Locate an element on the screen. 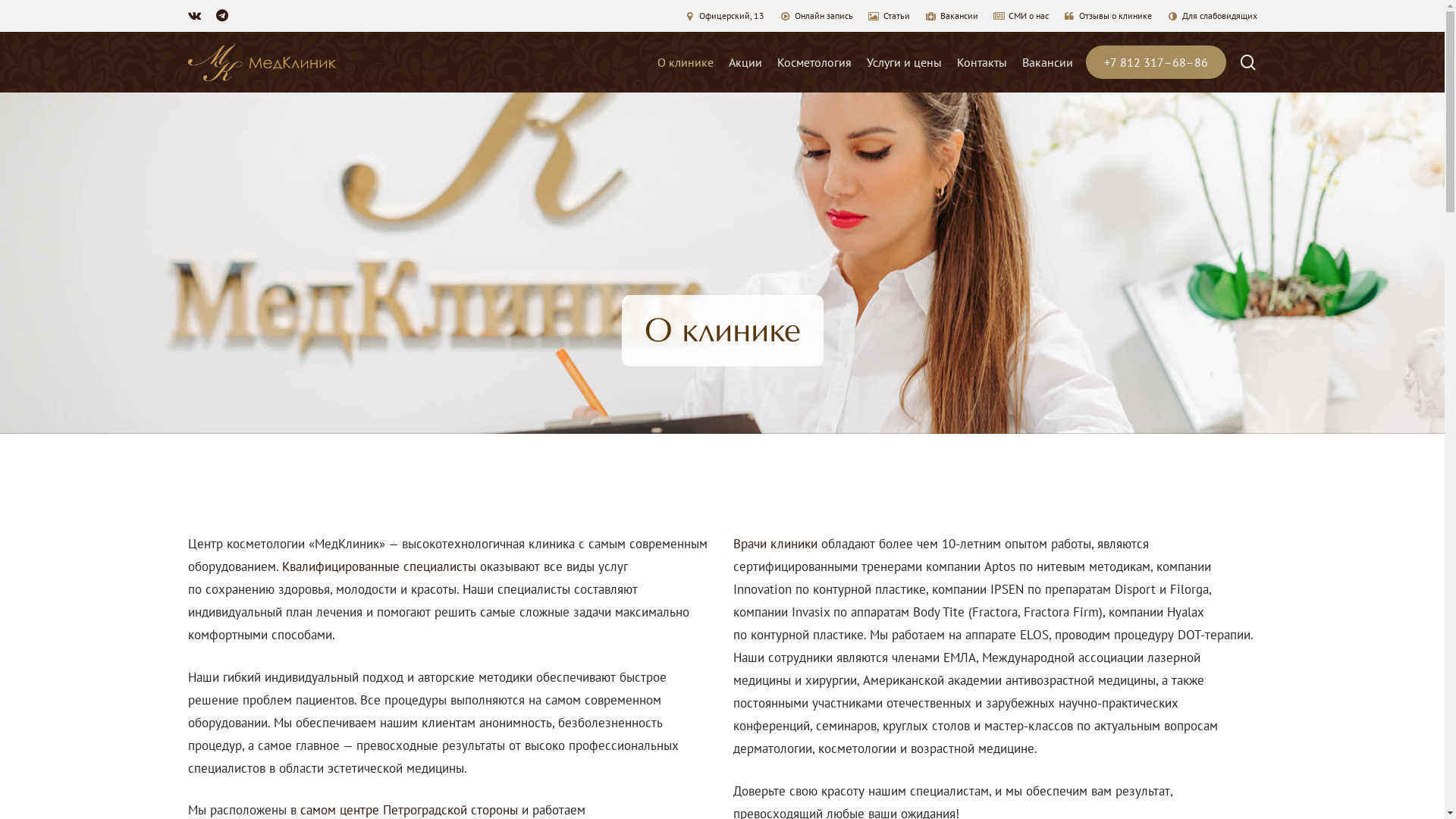  'telegram' is located at coordinates (221, 15).